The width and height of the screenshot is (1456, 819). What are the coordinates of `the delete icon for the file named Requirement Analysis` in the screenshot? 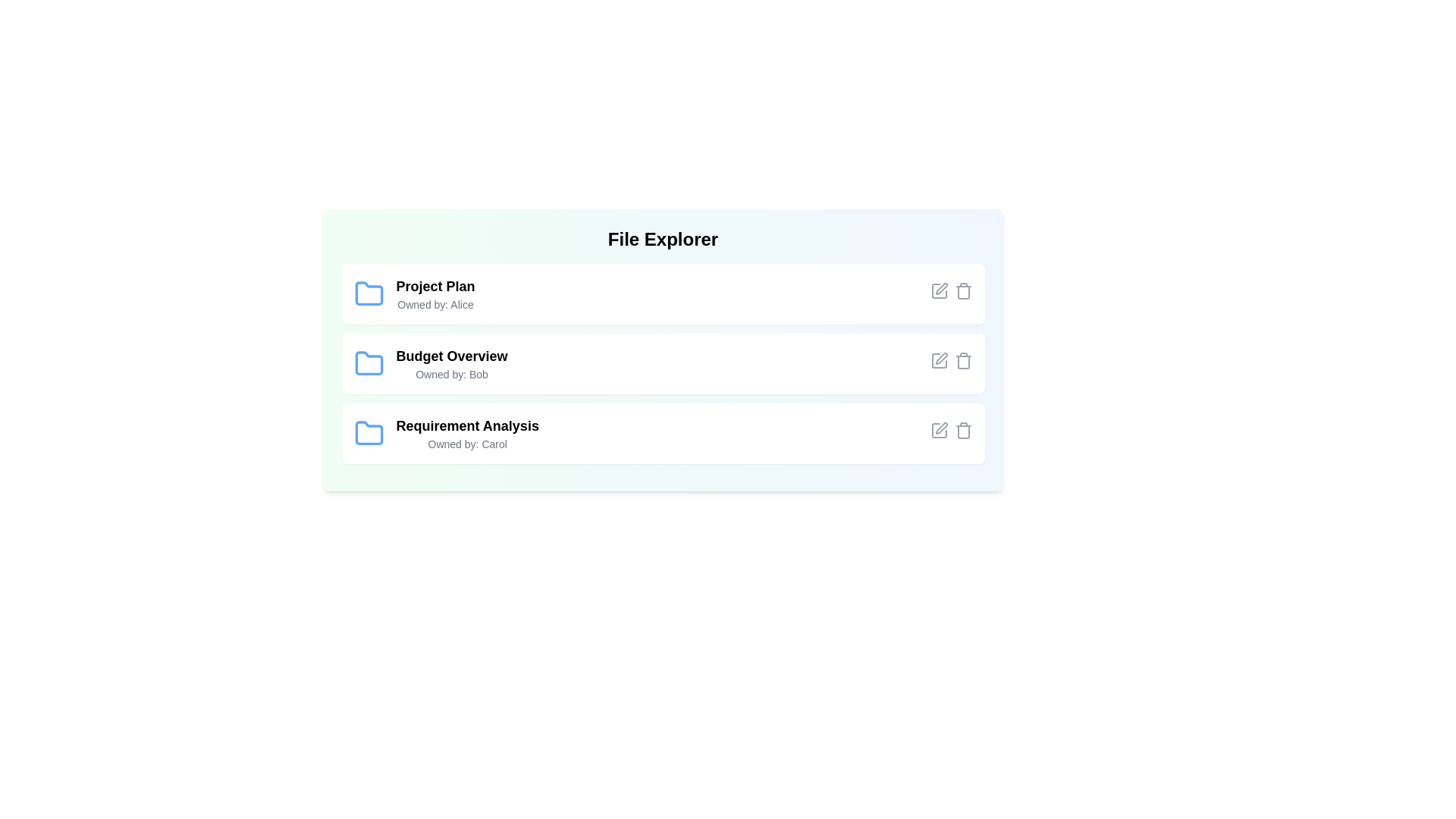 It's located at (962, 430).